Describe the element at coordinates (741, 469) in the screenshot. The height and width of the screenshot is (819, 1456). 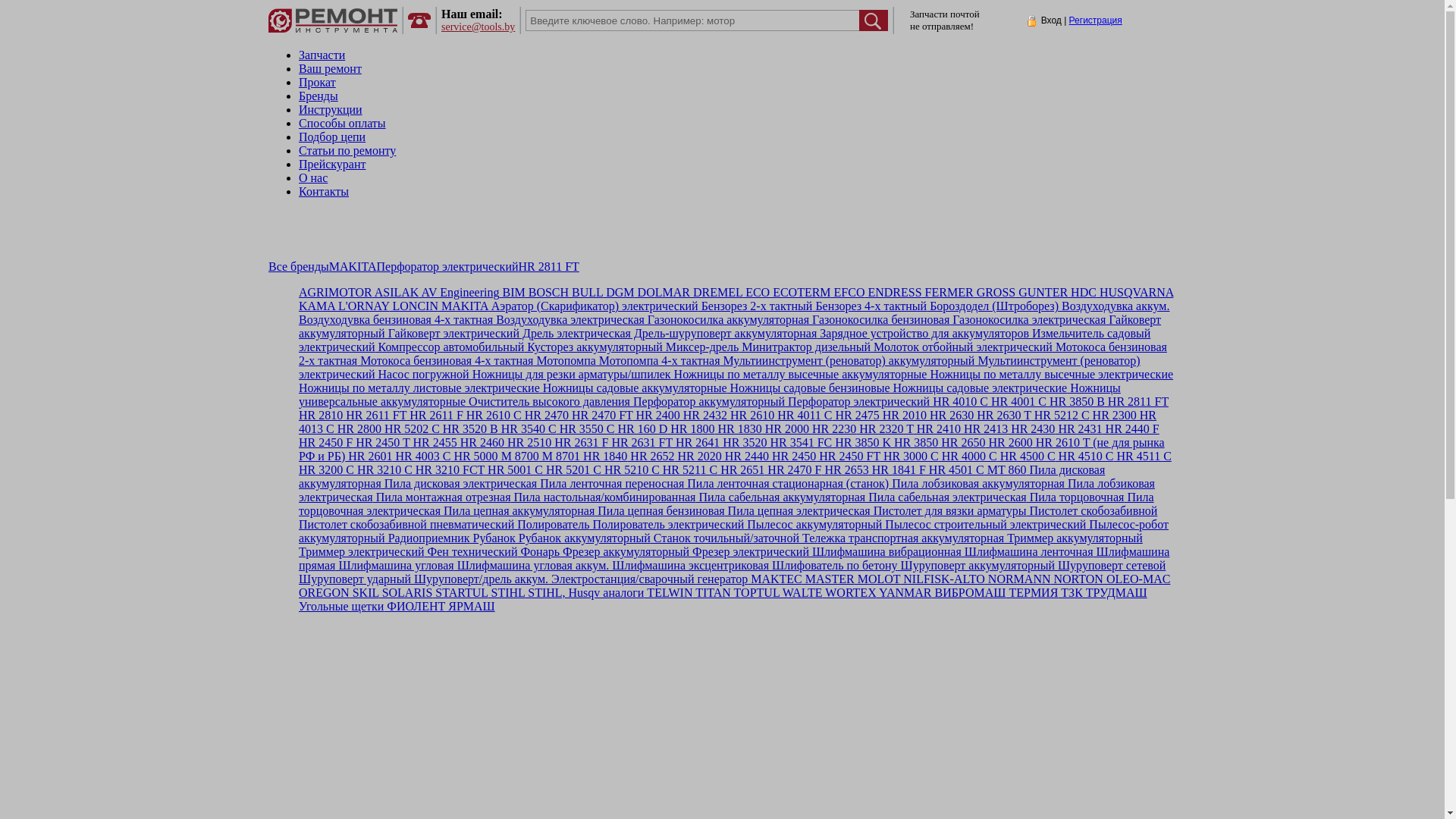
I see `'HR 2651'` at that location.